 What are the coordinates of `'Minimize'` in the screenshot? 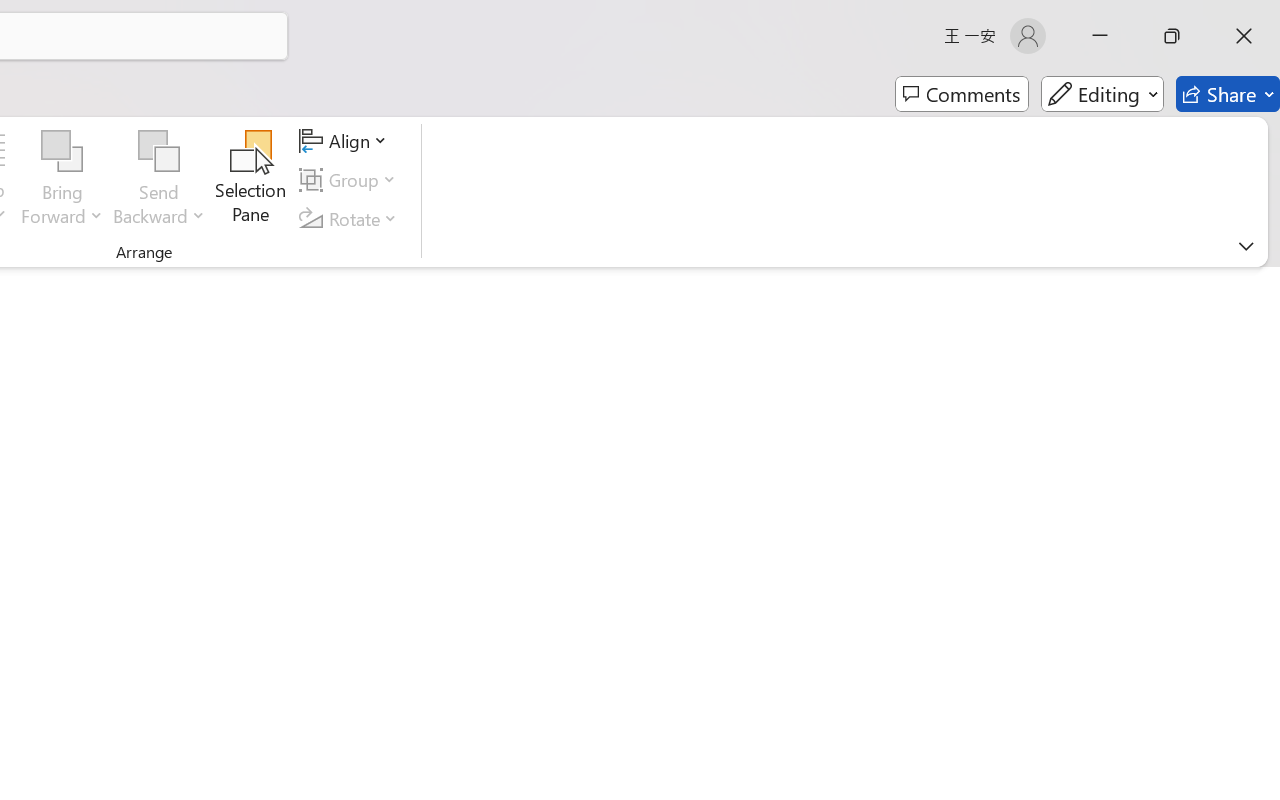 It's located at (1099, 35).